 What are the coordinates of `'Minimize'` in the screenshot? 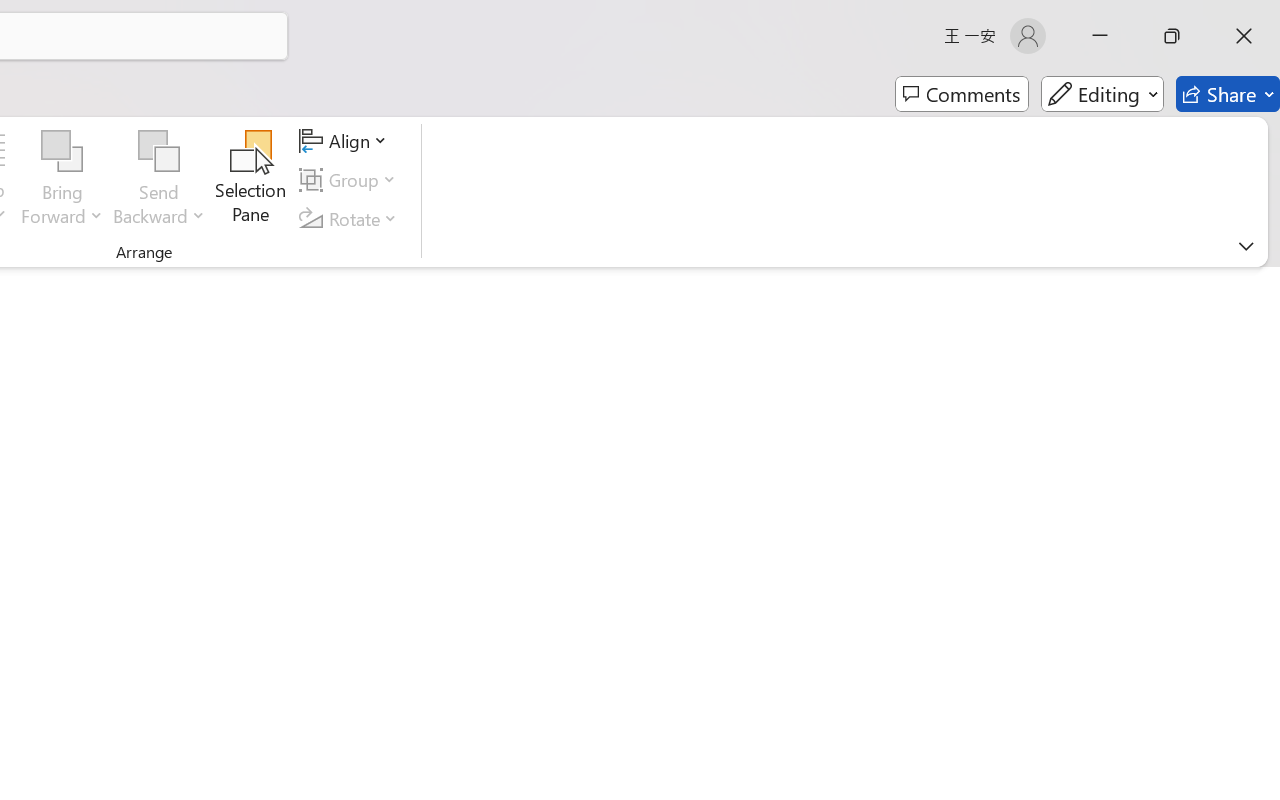 It's located at (1099, 35).